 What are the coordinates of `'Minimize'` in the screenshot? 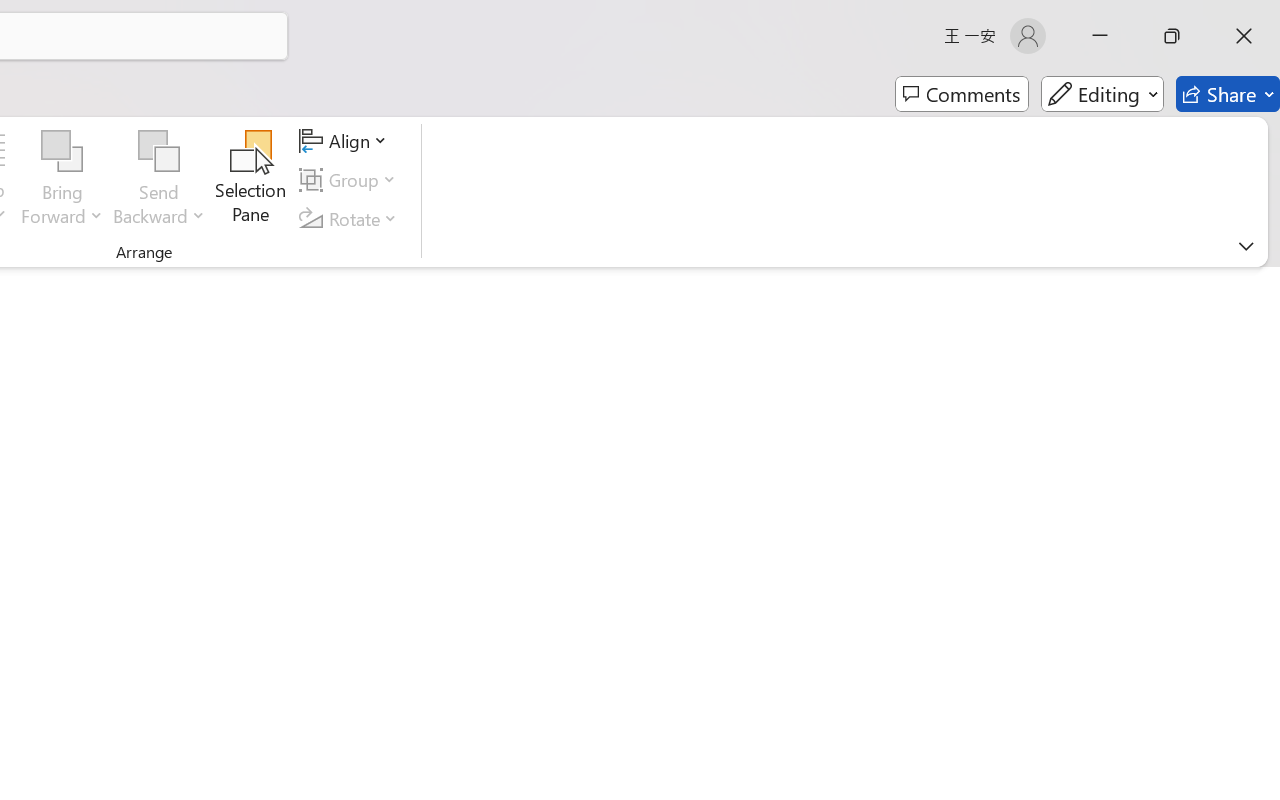 It's located at (1099, 35).